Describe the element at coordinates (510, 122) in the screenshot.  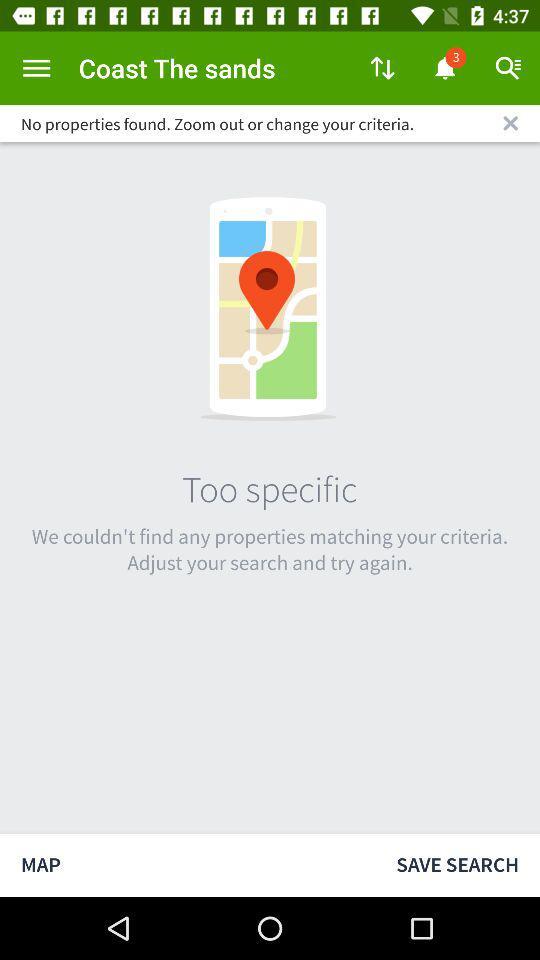
I see `the close icon` at that location.